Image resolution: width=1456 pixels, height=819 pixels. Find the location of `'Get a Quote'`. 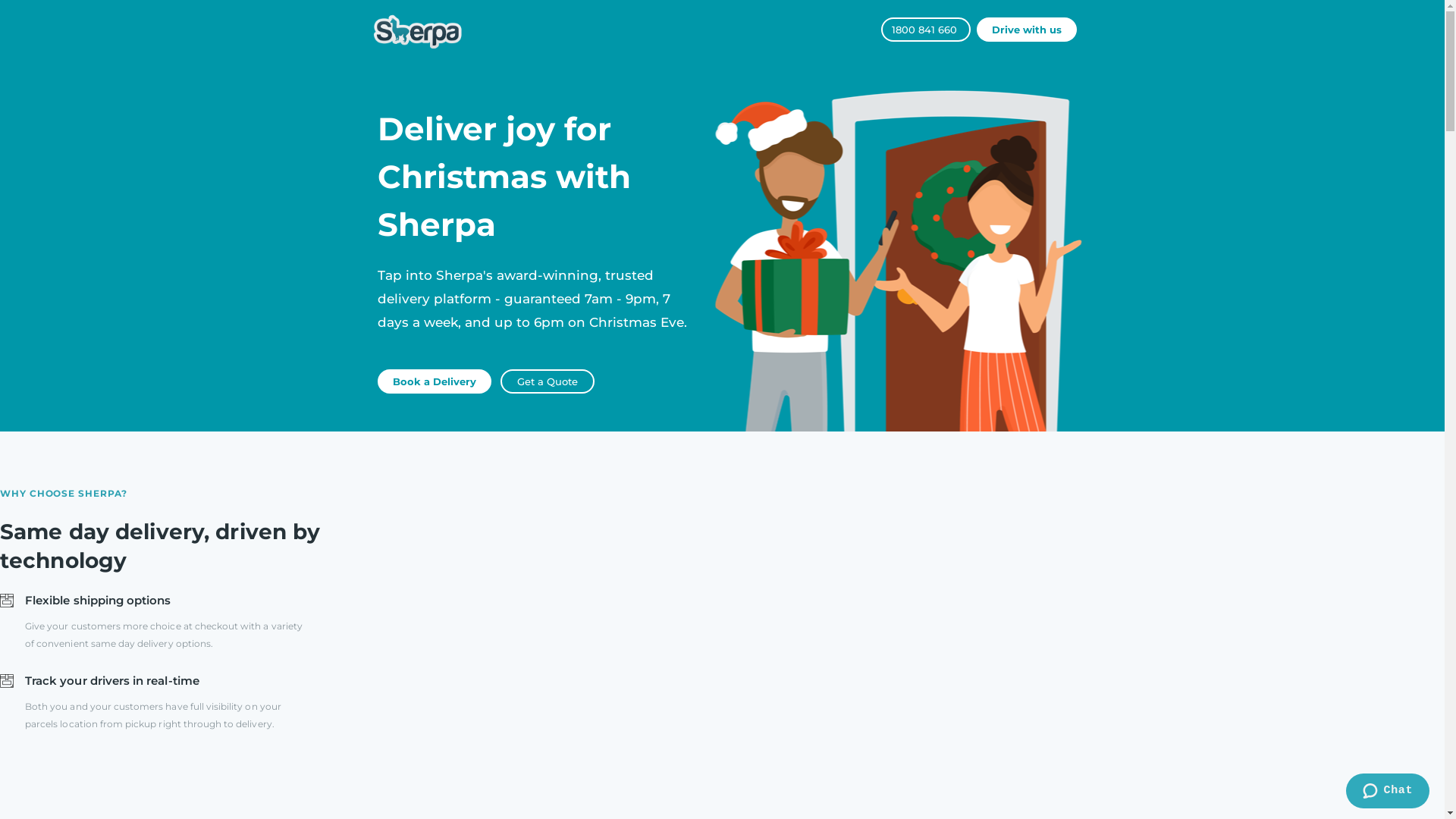

'Get a Quote' is located at coordinates (546, 380).